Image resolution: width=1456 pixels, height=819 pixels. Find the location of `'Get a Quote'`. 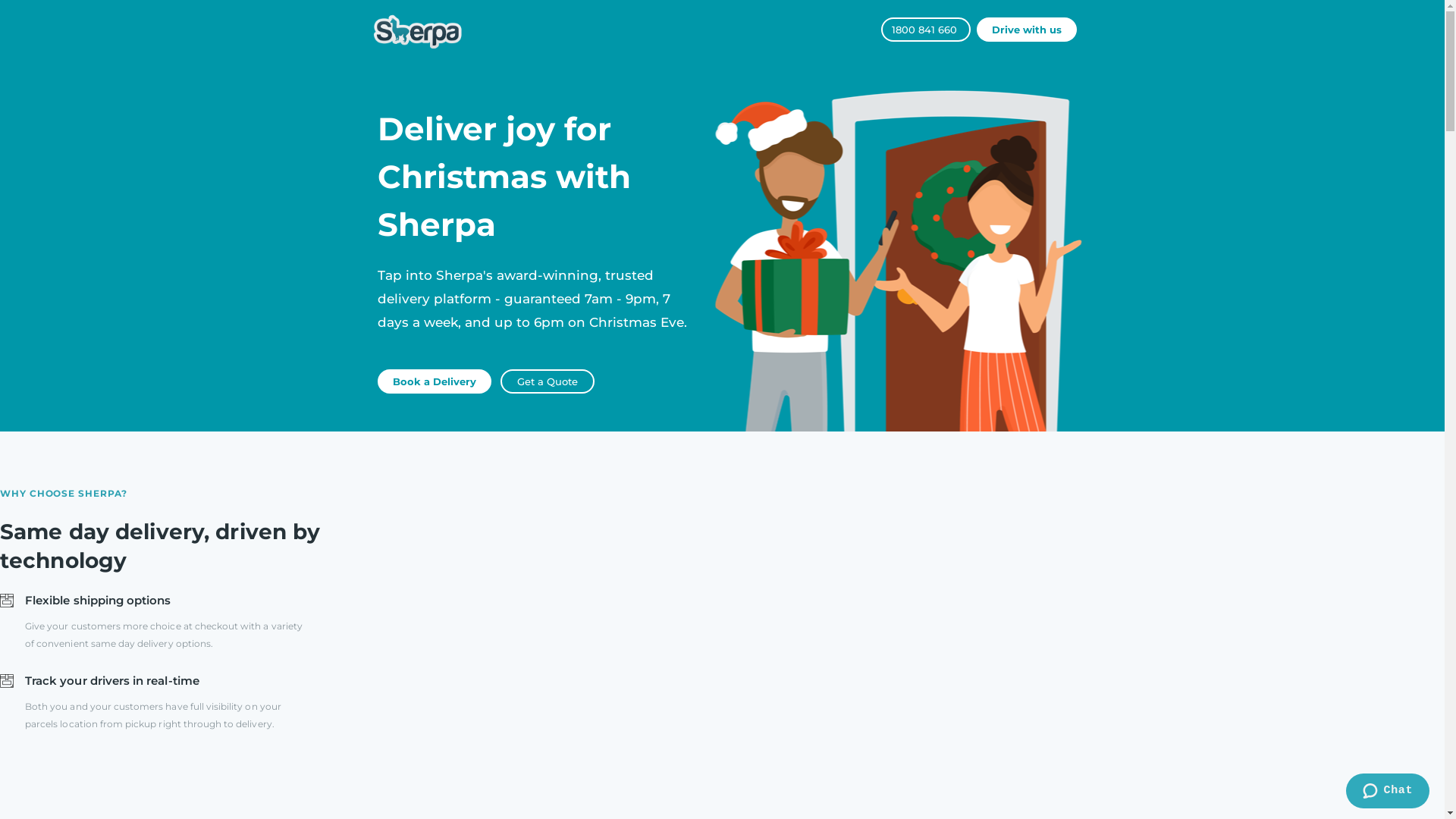

'Get a Quote' is located at coordinates (546, 380).